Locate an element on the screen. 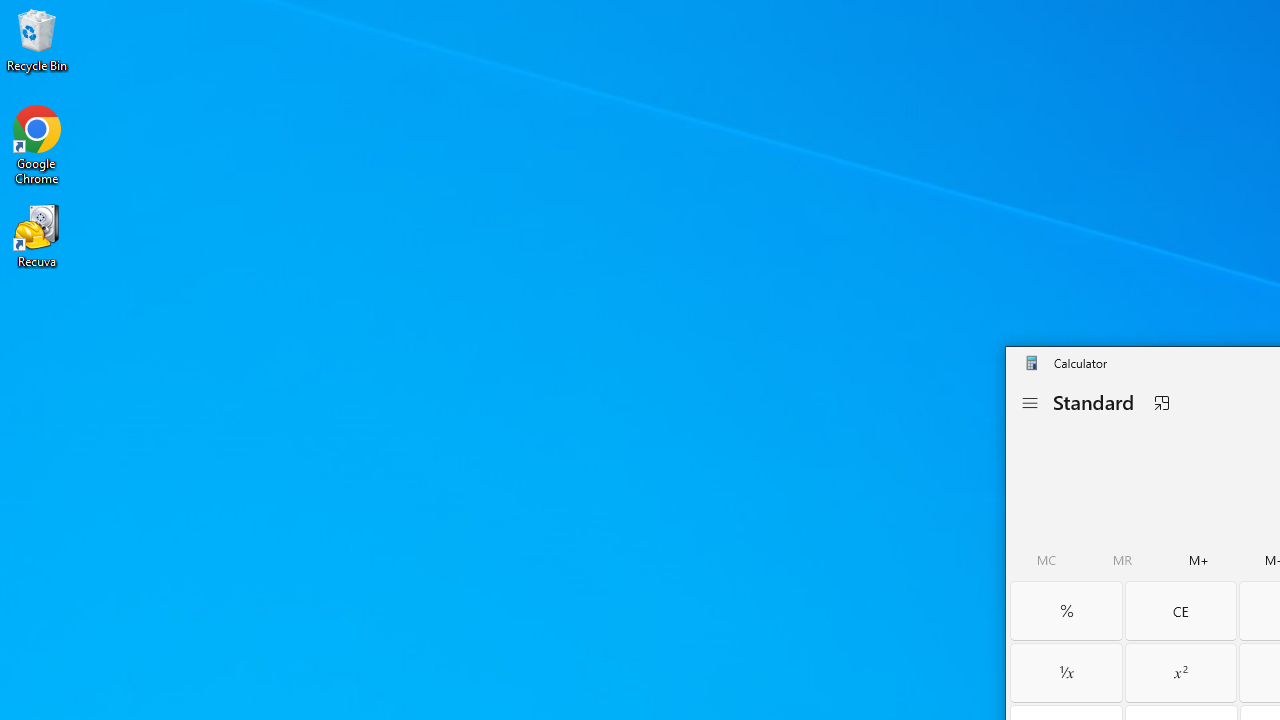  'Clear all memory' is located at coordinates (1046, 560).